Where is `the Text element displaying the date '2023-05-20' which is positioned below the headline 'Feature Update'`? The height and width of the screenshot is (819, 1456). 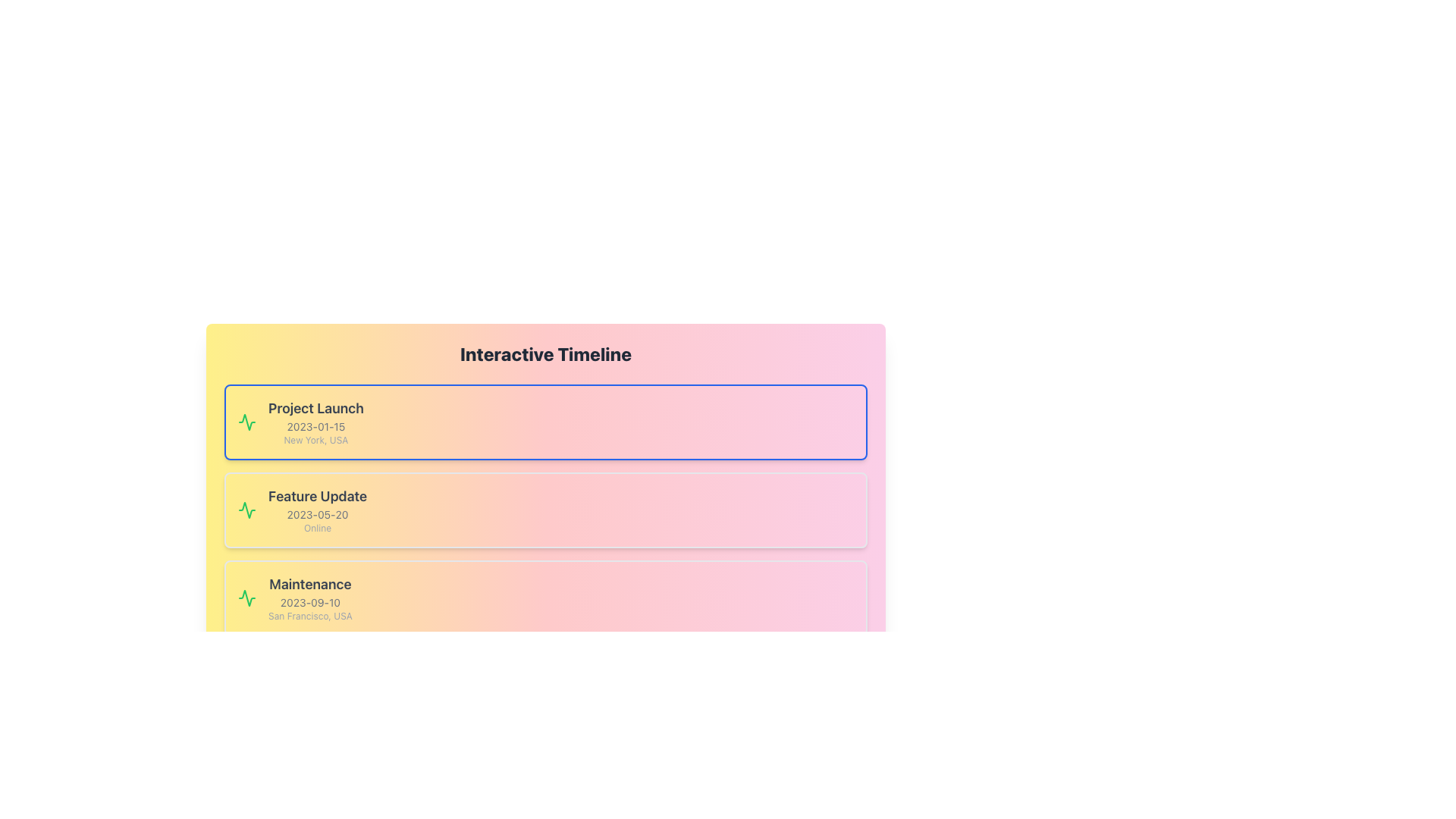
the Text element displaying the date '2023-05-20' which is positioned below the headline 'Feature Update' is located at coordinates (317, 513).